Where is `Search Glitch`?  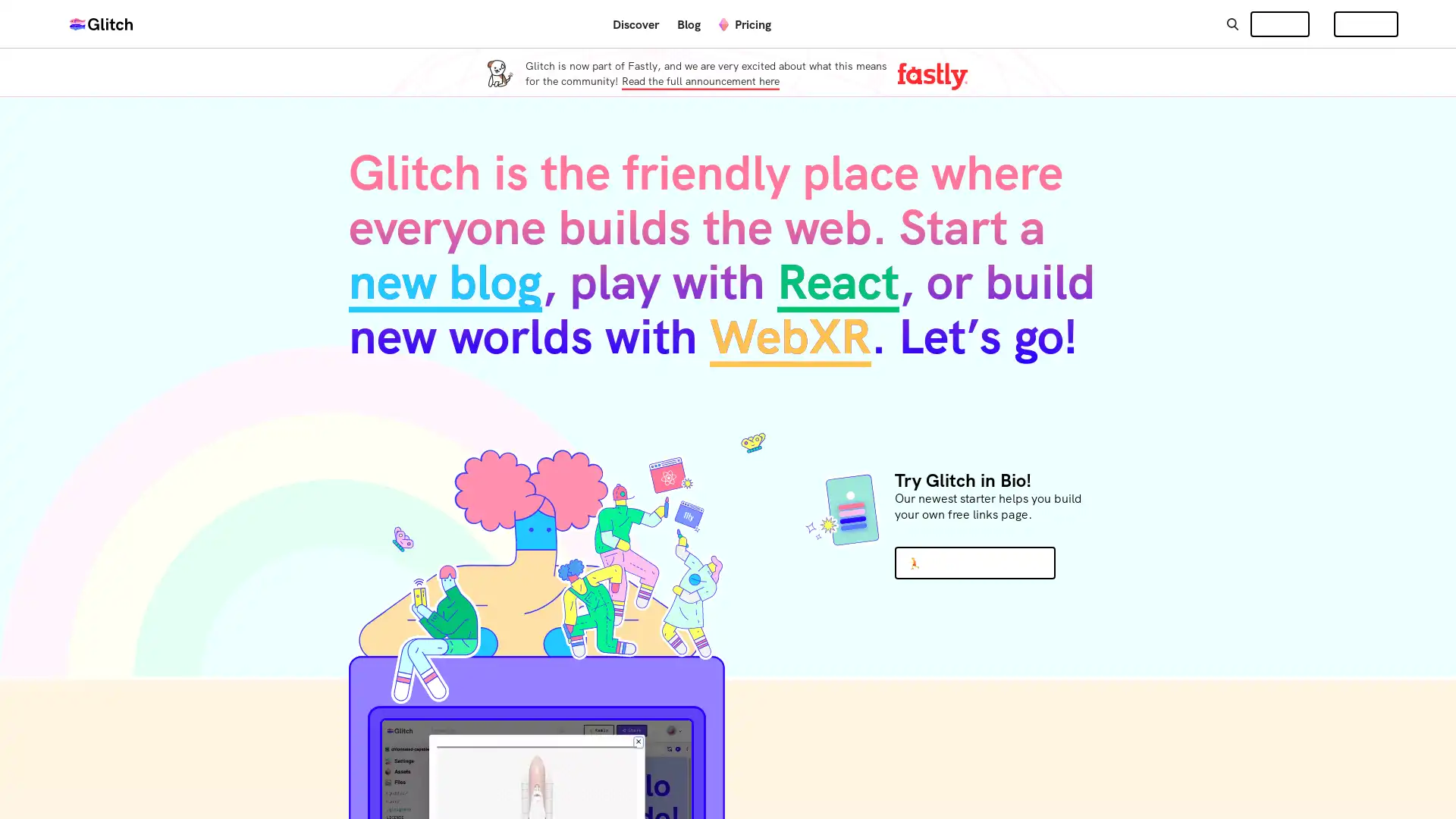 Search Glitch is located at coordinates (1232, 23).